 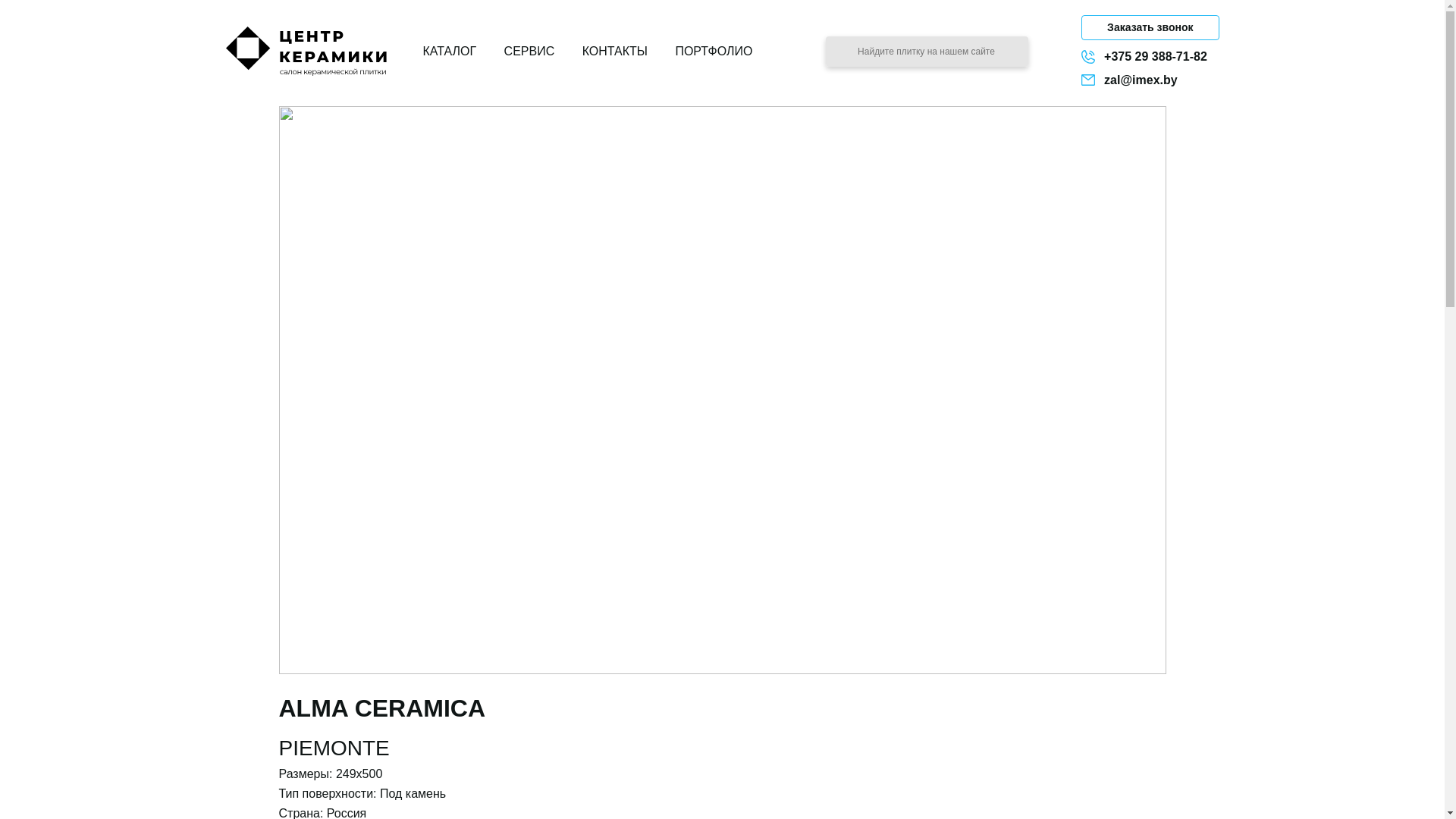 What do you see at coordinates (1150, 80) in the screenshot?
I see `'zal@imex.by'` at bounding box center [1150, 80].